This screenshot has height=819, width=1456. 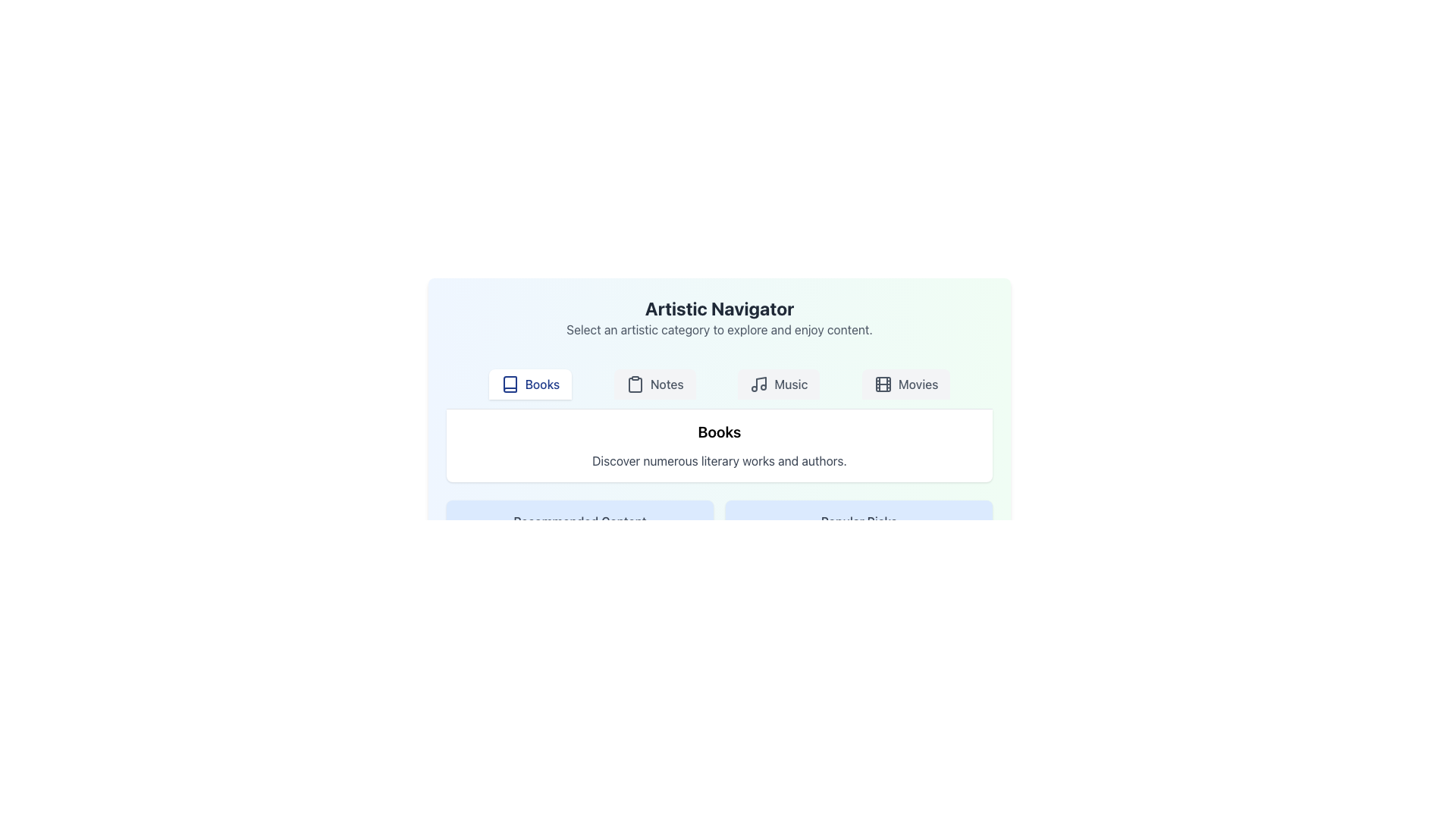 What do you see at coordinates (510, 383) in the screenshot?
I see `the blue book icon located to the left of the 'Books' text label in the 'Artistic Navigator' category row` at bounding box center [510, 383].